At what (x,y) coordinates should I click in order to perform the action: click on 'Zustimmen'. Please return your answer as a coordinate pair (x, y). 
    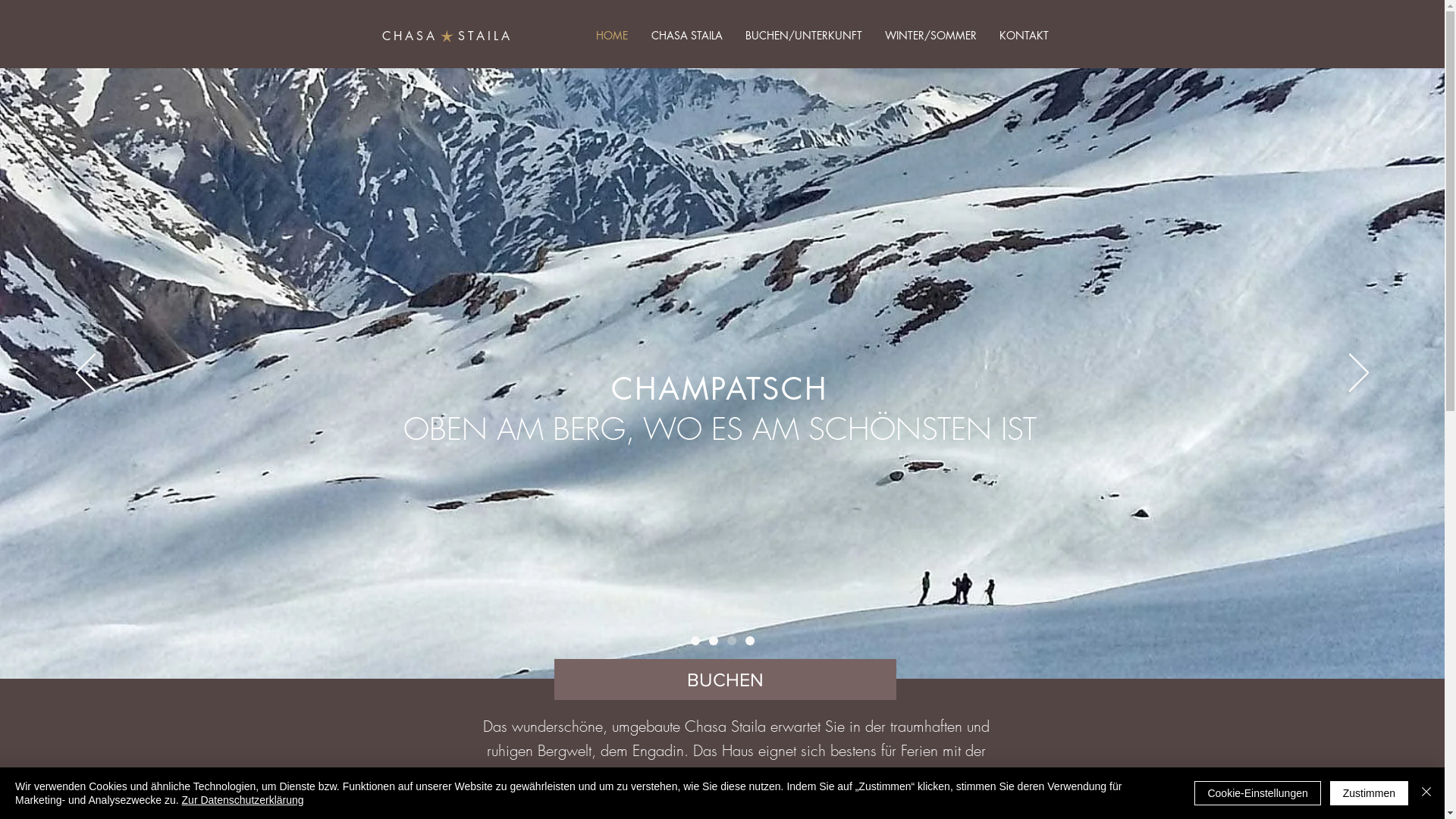
    Looking at the image, I should click on (1369, 792).